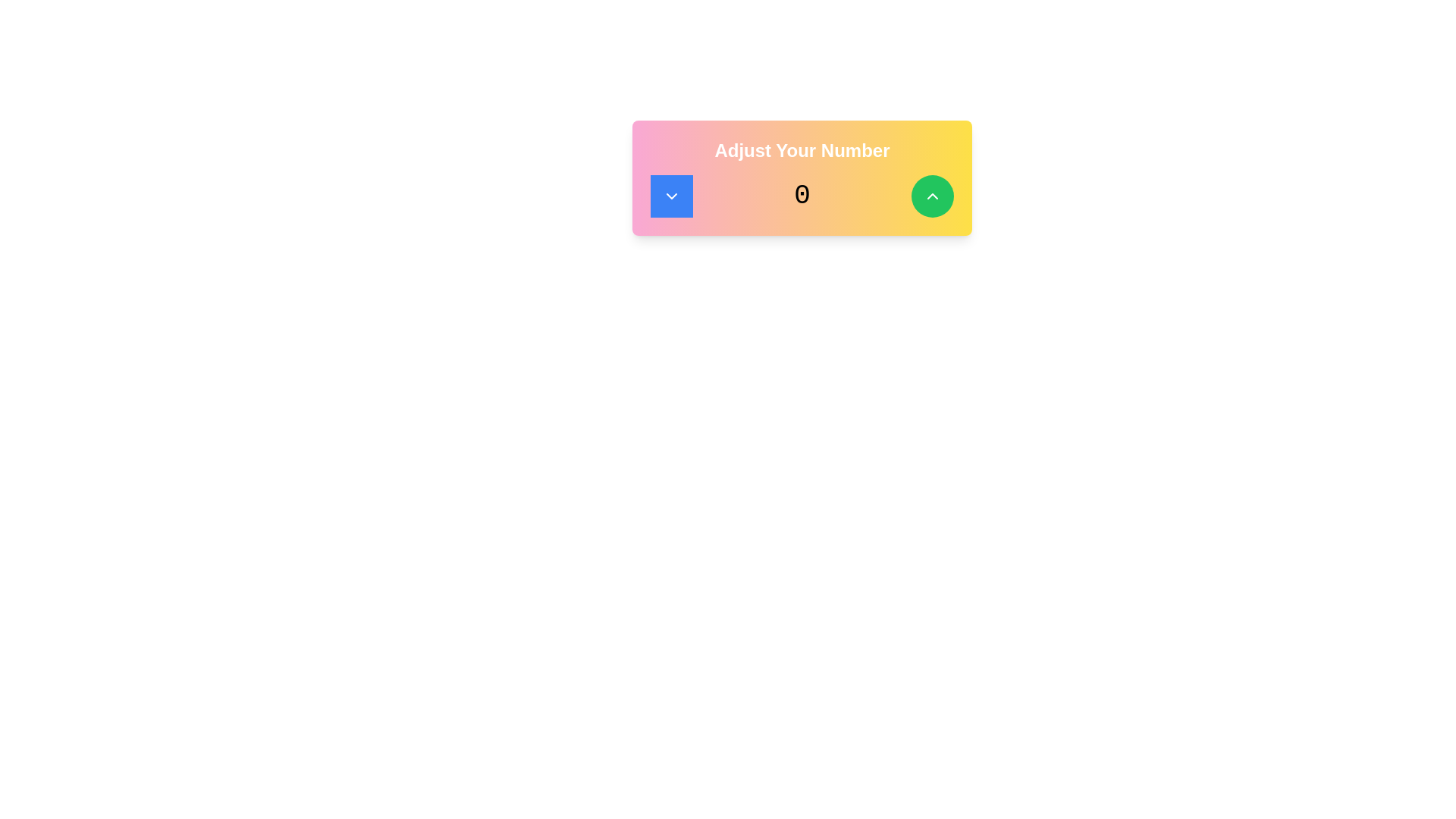  I want to click on the text display showing the number '0' in a large, stylized font, which is centrally located within a gradient background transitioning from pink to yellow, so click(801, 195).